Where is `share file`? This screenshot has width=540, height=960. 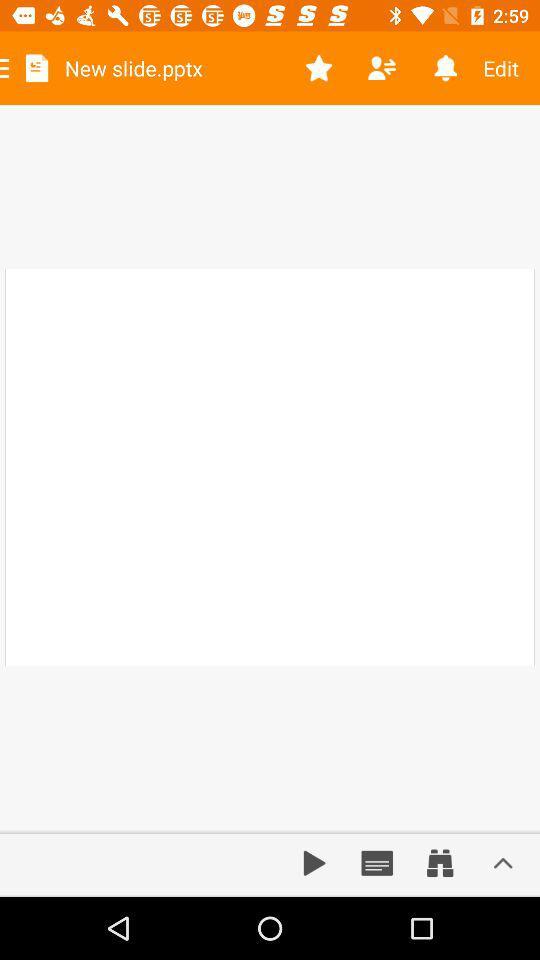 share file is located at coordinates (382, 68).